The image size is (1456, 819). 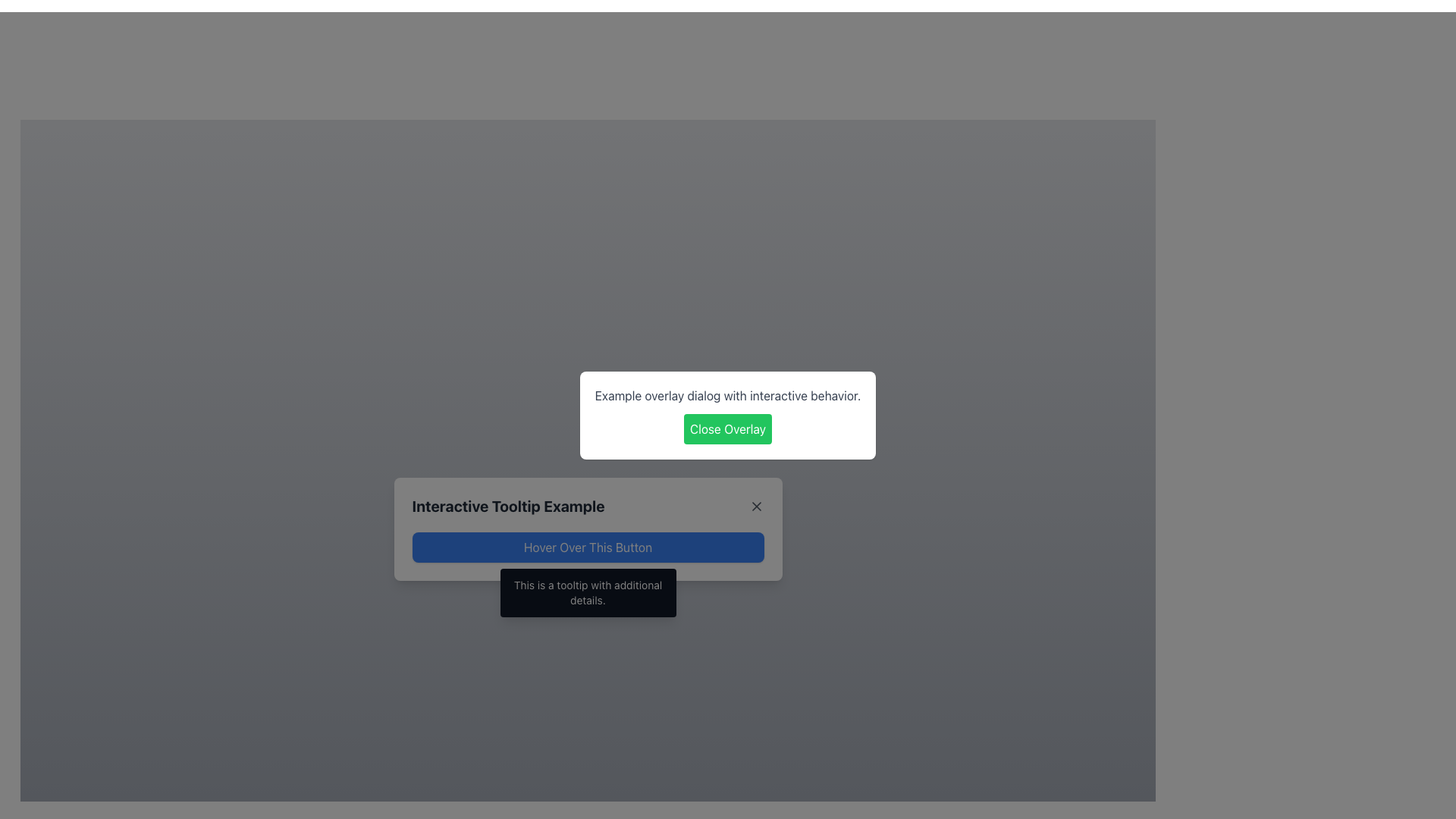 I want to click on message displayed in the tooltip with dark-gray background and white text that says 'This is a tooltip with additional details.', so click(x=587, y=592).